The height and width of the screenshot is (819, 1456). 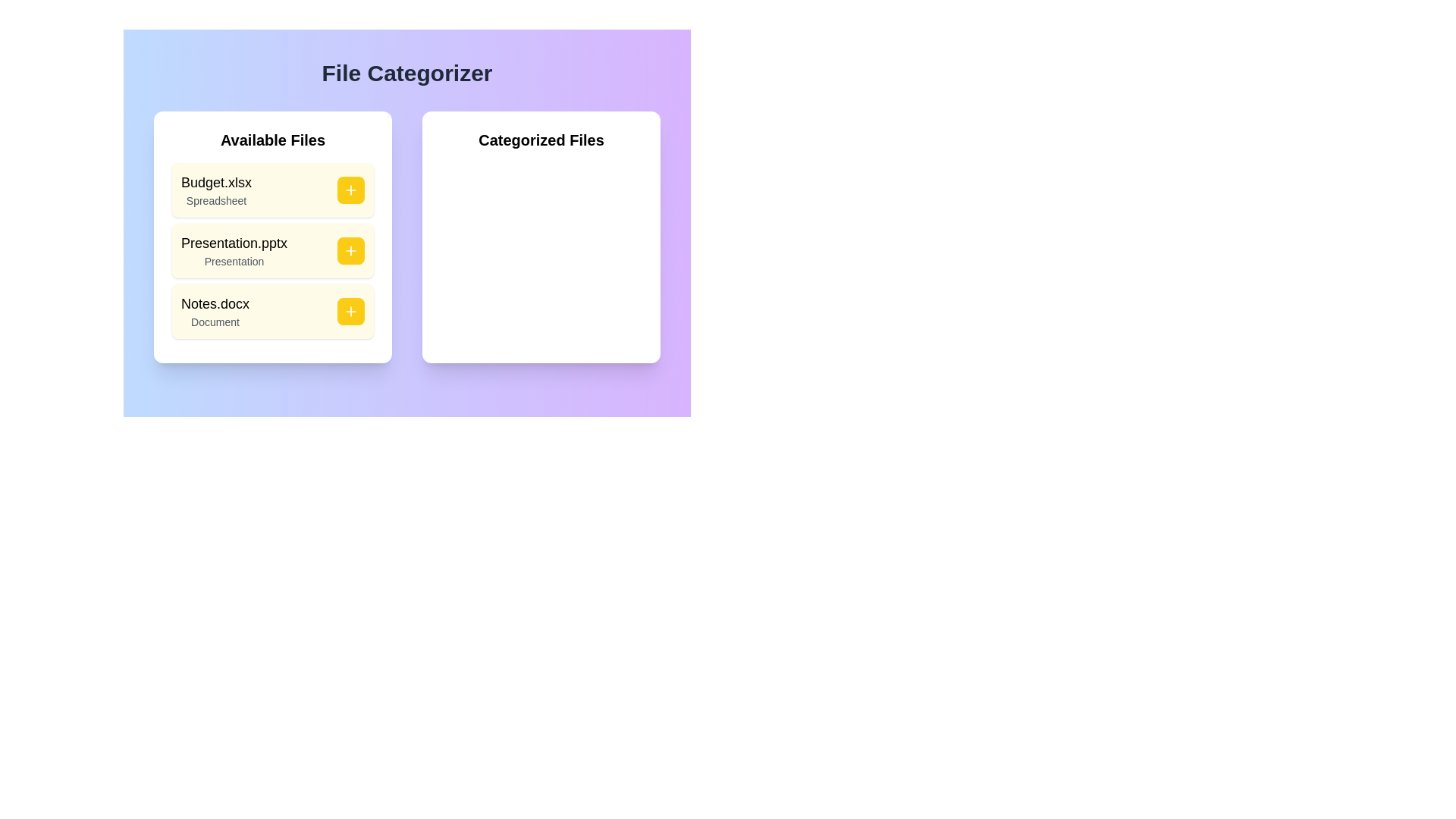 What do you see at coordinates (350, 250) in the screenshot?
I see `the small plus icon button with a yellow background located to the right of the 'Presentation.pptx' file name text in the second entry of the list under the 'Available Files' column` at bounding box center [350, 250].